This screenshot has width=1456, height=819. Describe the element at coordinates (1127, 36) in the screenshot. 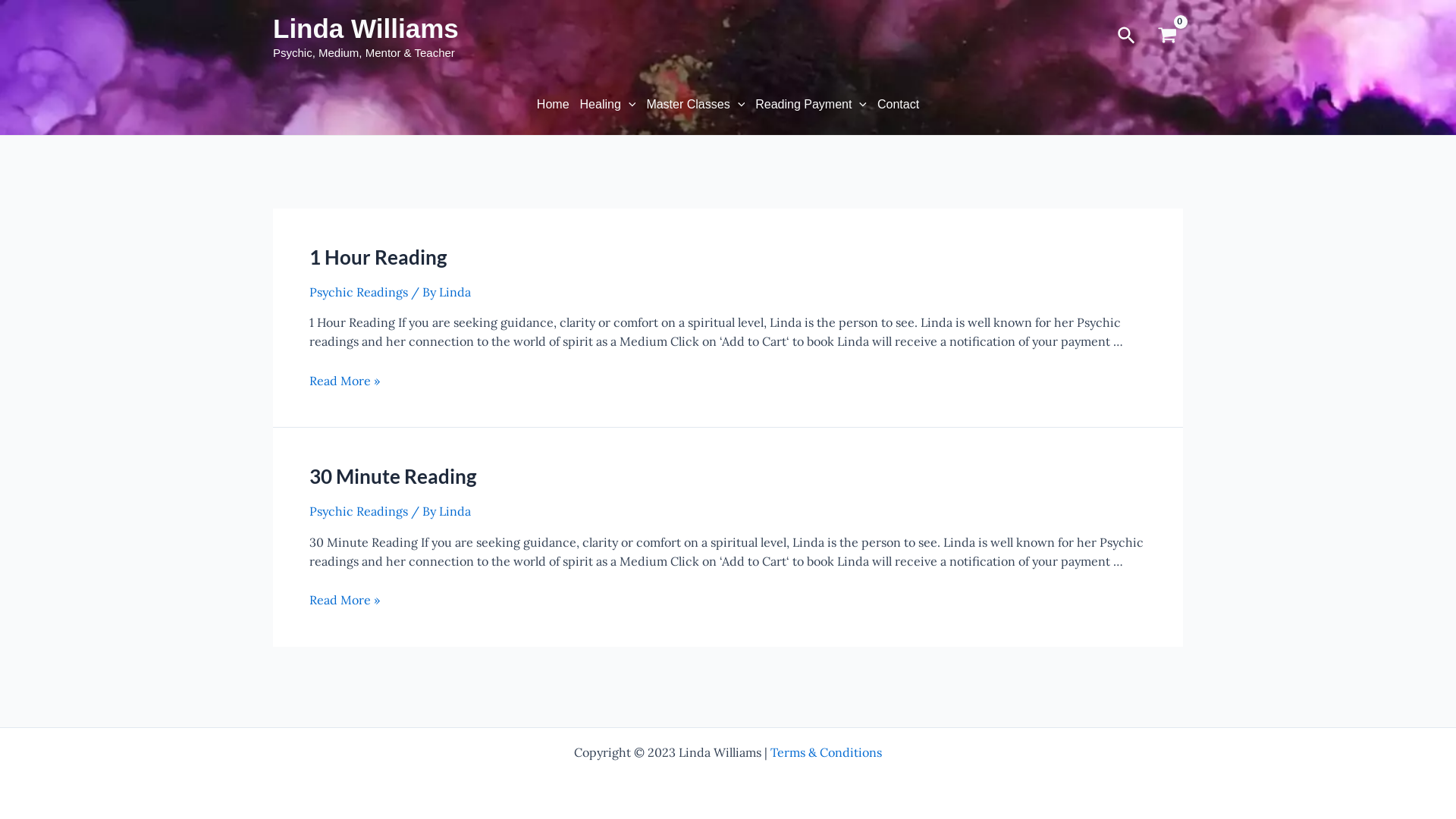

I see `'Search'` at that location.